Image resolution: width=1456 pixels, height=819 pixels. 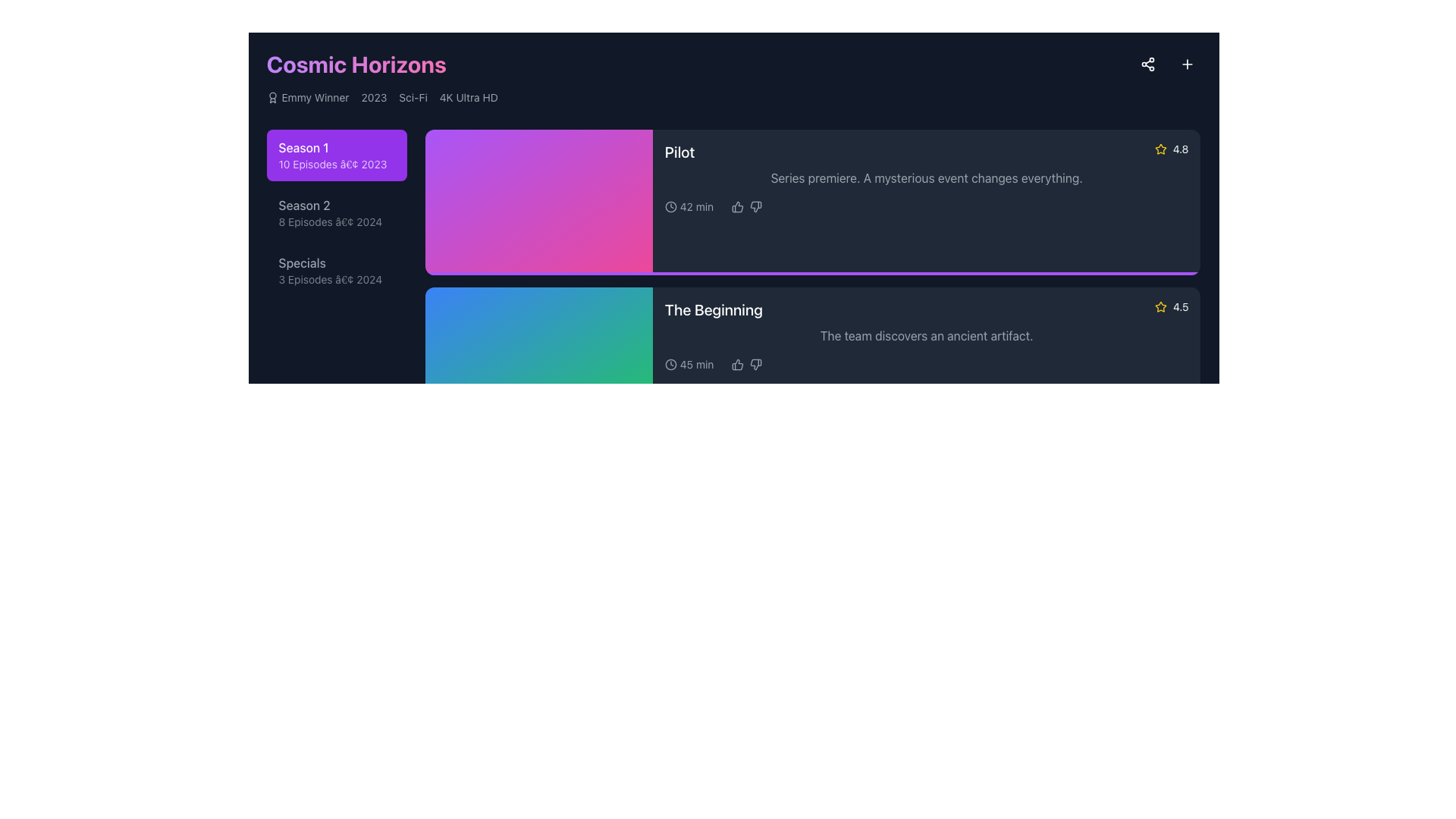 I want to click on the informational label displaying the duration of the episode 'The Beginning', located in the second row of the episode's information panel on the right side, to the left of the thumbs-up and thumbs-down icons, so click(x=689, y=365).